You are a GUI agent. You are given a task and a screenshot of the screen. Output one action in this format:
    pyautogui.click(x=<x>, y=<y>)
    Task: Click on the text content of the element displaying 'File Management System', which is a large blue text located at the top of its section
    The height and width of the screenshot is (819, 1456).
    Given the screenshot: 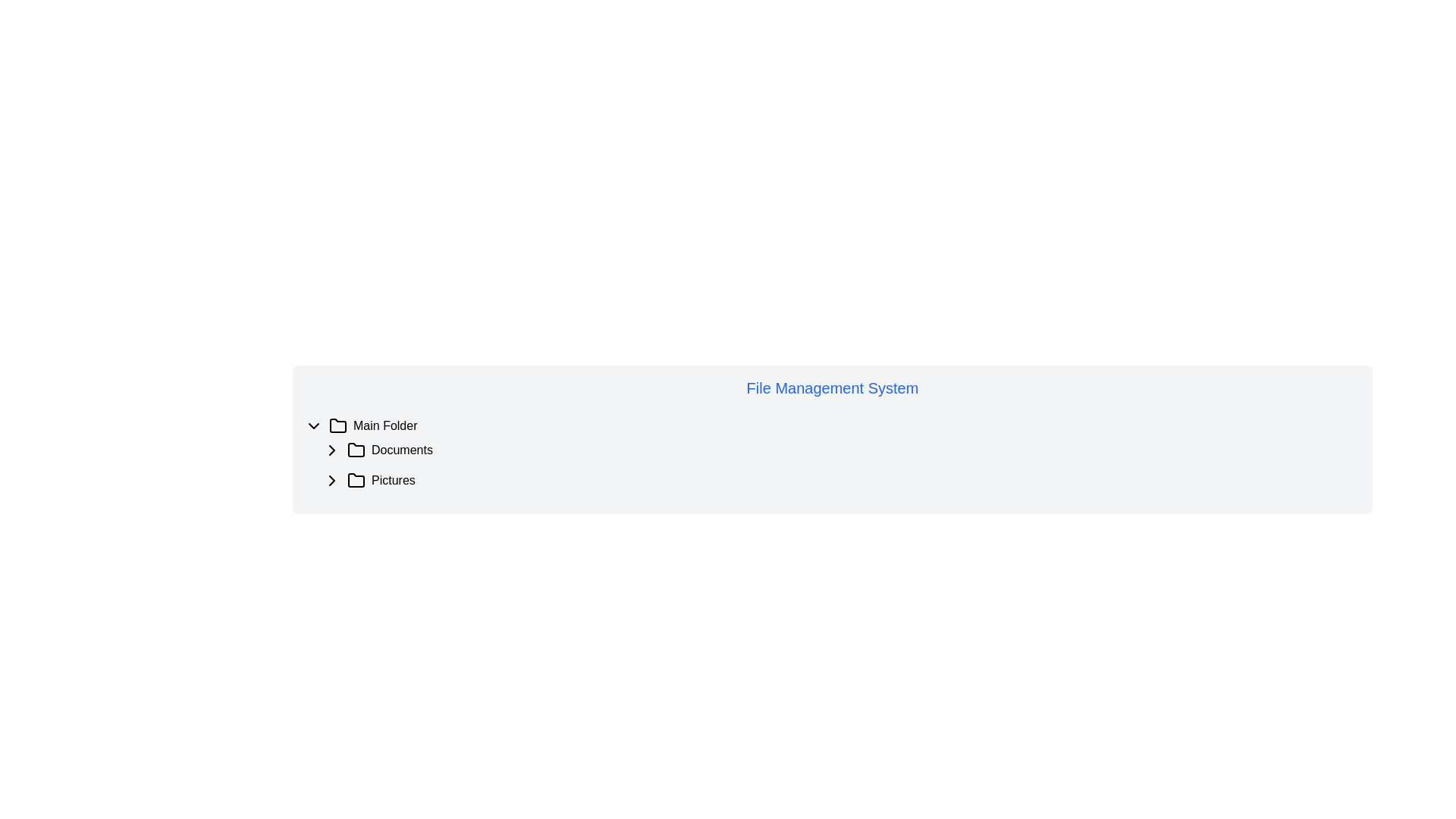 What is the action you would take?
    pyautogui.click(x=832, y=388)
    